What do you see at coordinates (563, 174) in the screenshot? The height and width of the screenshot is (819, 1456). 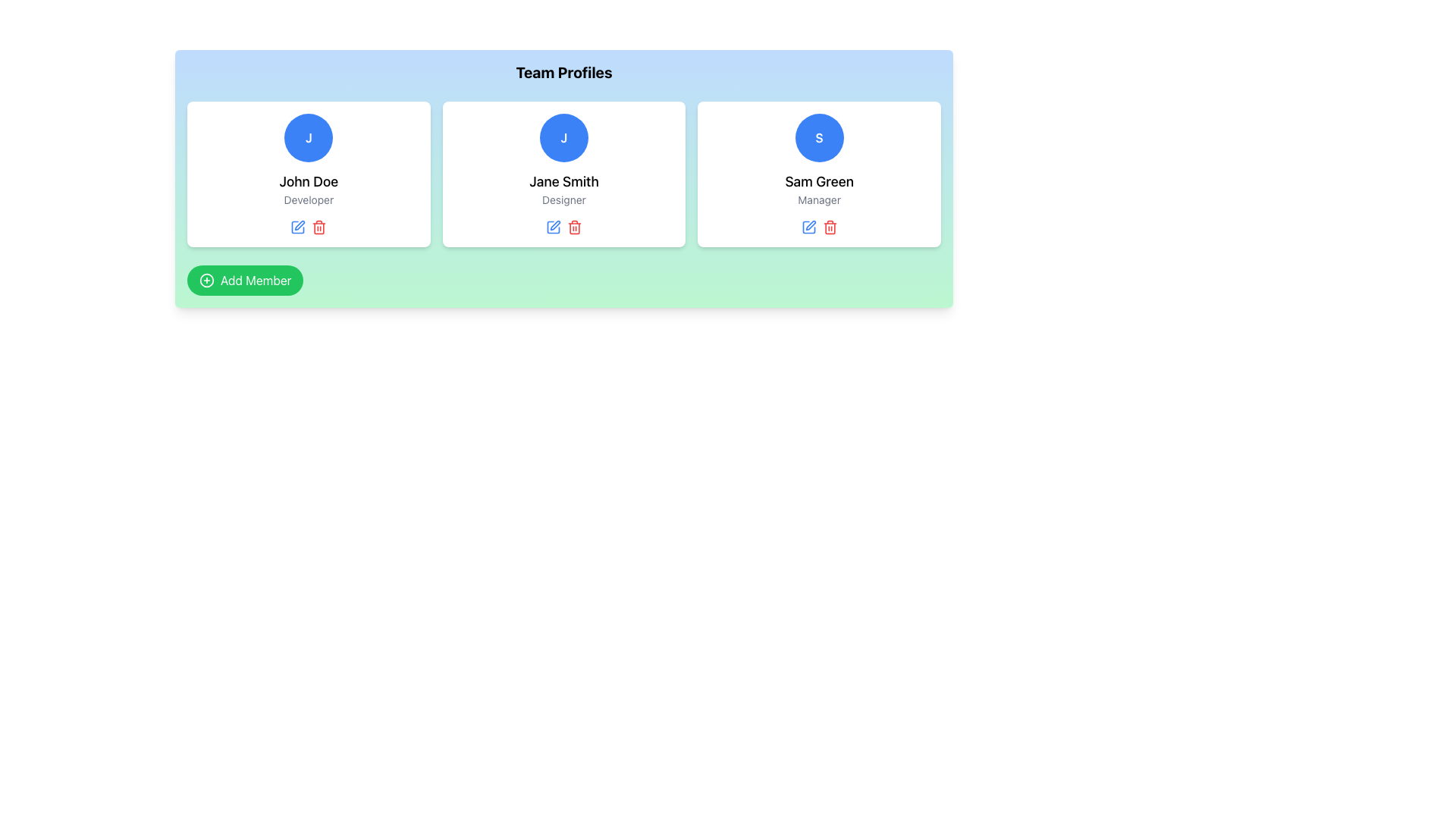 I see `the Profile card displaying Jane Smith's information, which includes a blue circular icon with the letter 'J', located at the center of the three-card grid layout` at bounding box center [563, 174].